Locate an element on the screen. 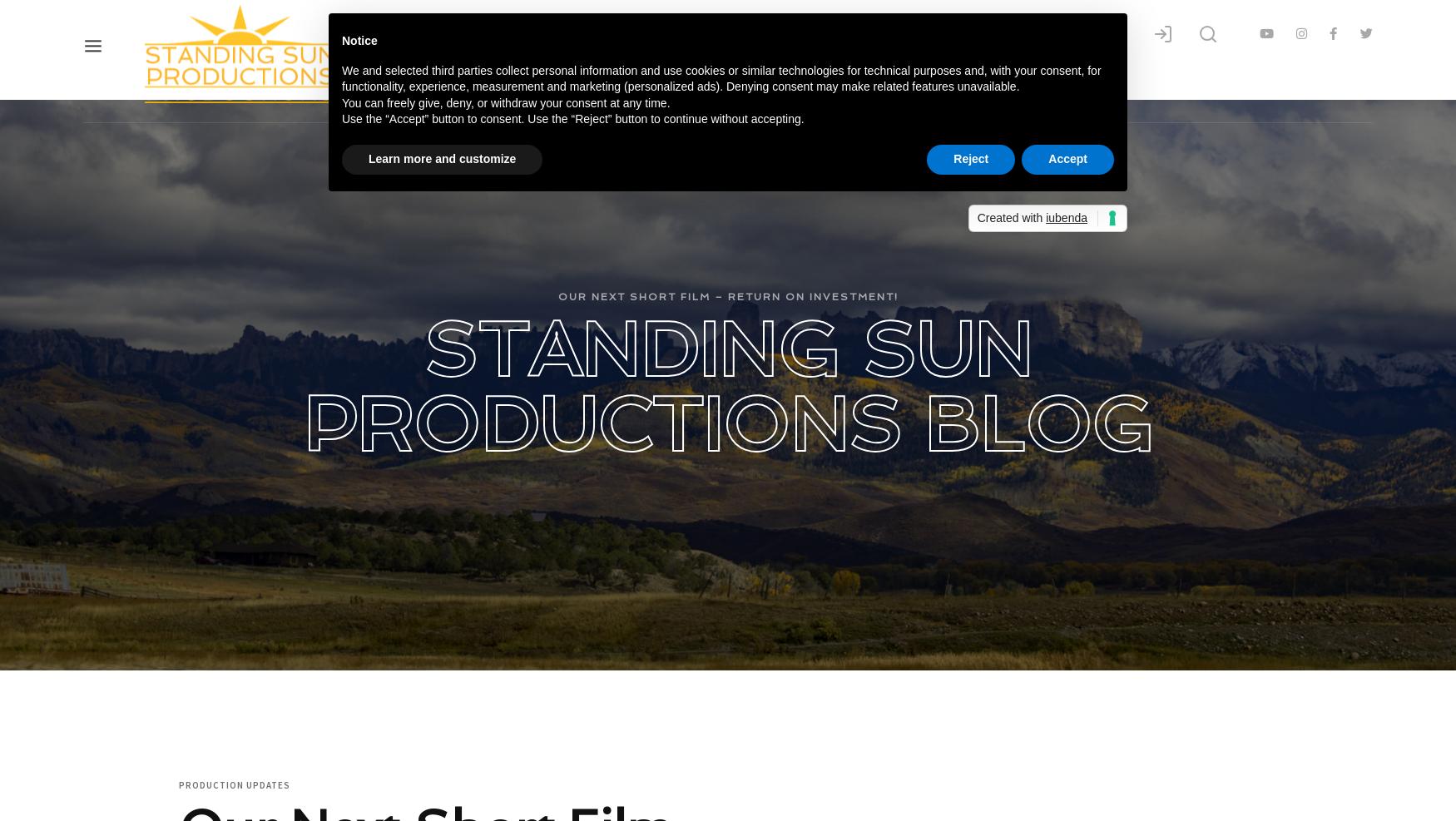  'Accept' is located at coordinates (1066, 156).